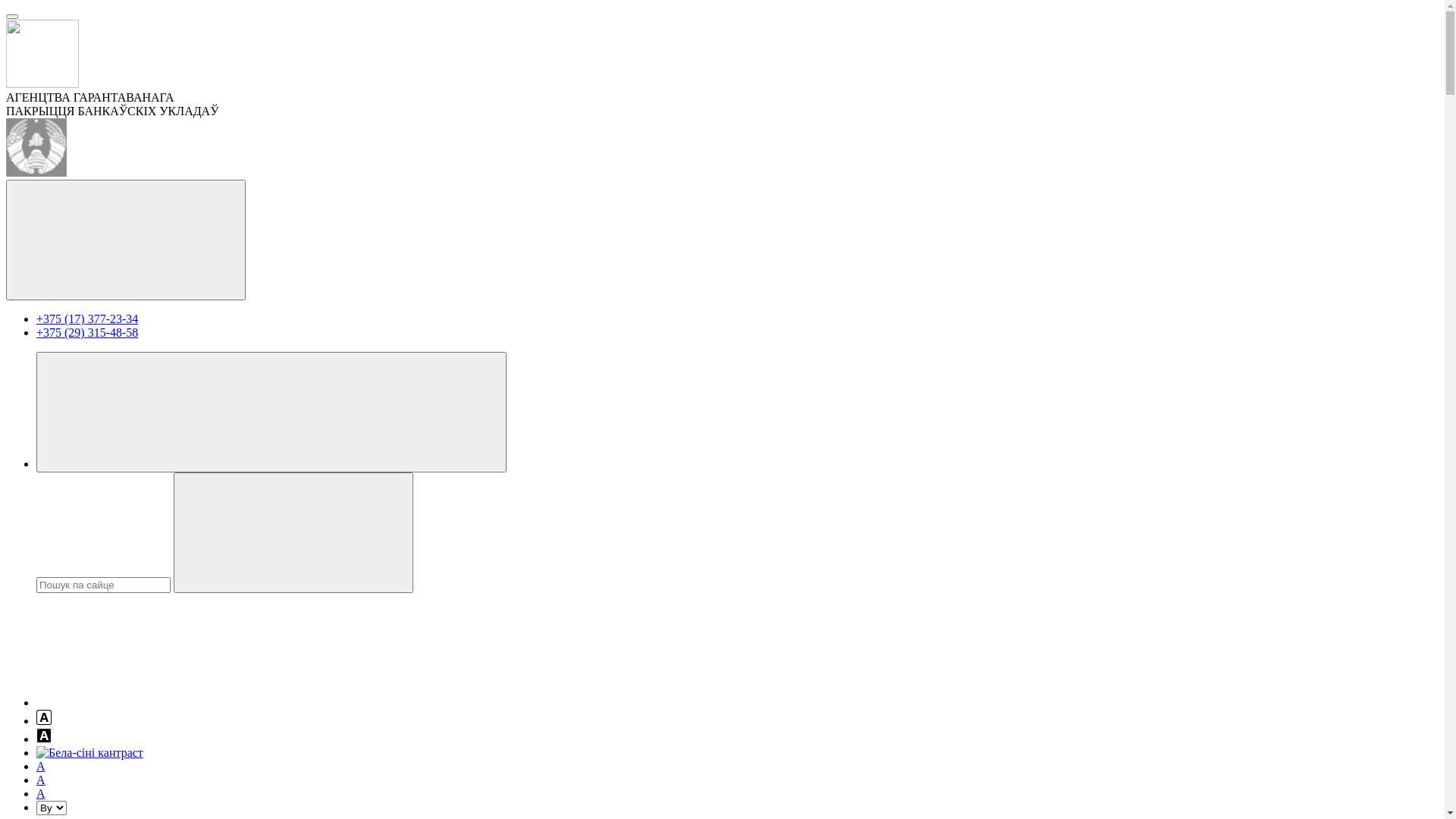 This screenshot has height=819, width=1456. I want to click on '+375 (29) 315-48-58', so click(86, 331).